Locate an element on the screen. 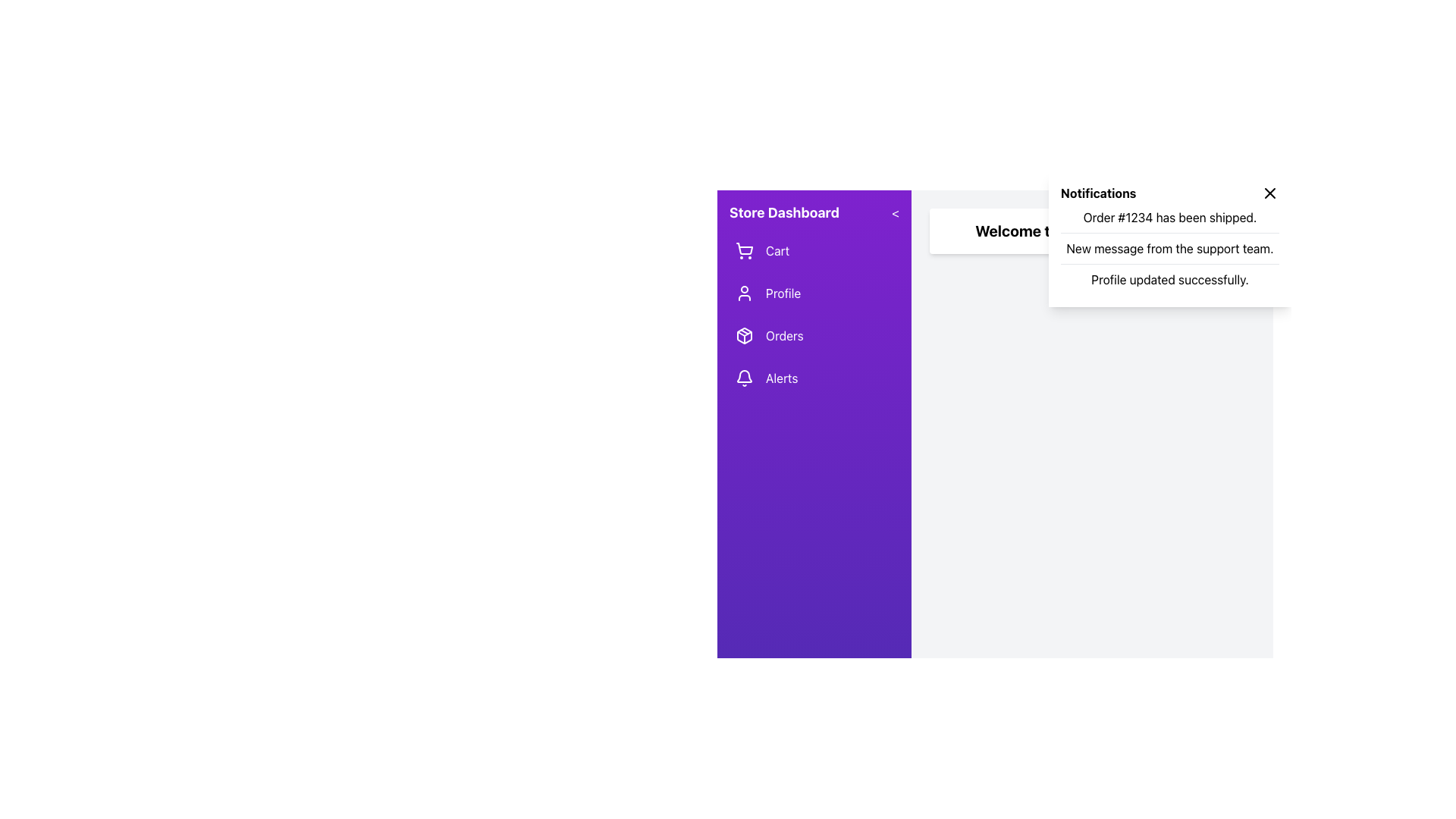  the 'Alerts' Navigation link with a bell icon for keyboard navigation is located at coordinates (814, 377).